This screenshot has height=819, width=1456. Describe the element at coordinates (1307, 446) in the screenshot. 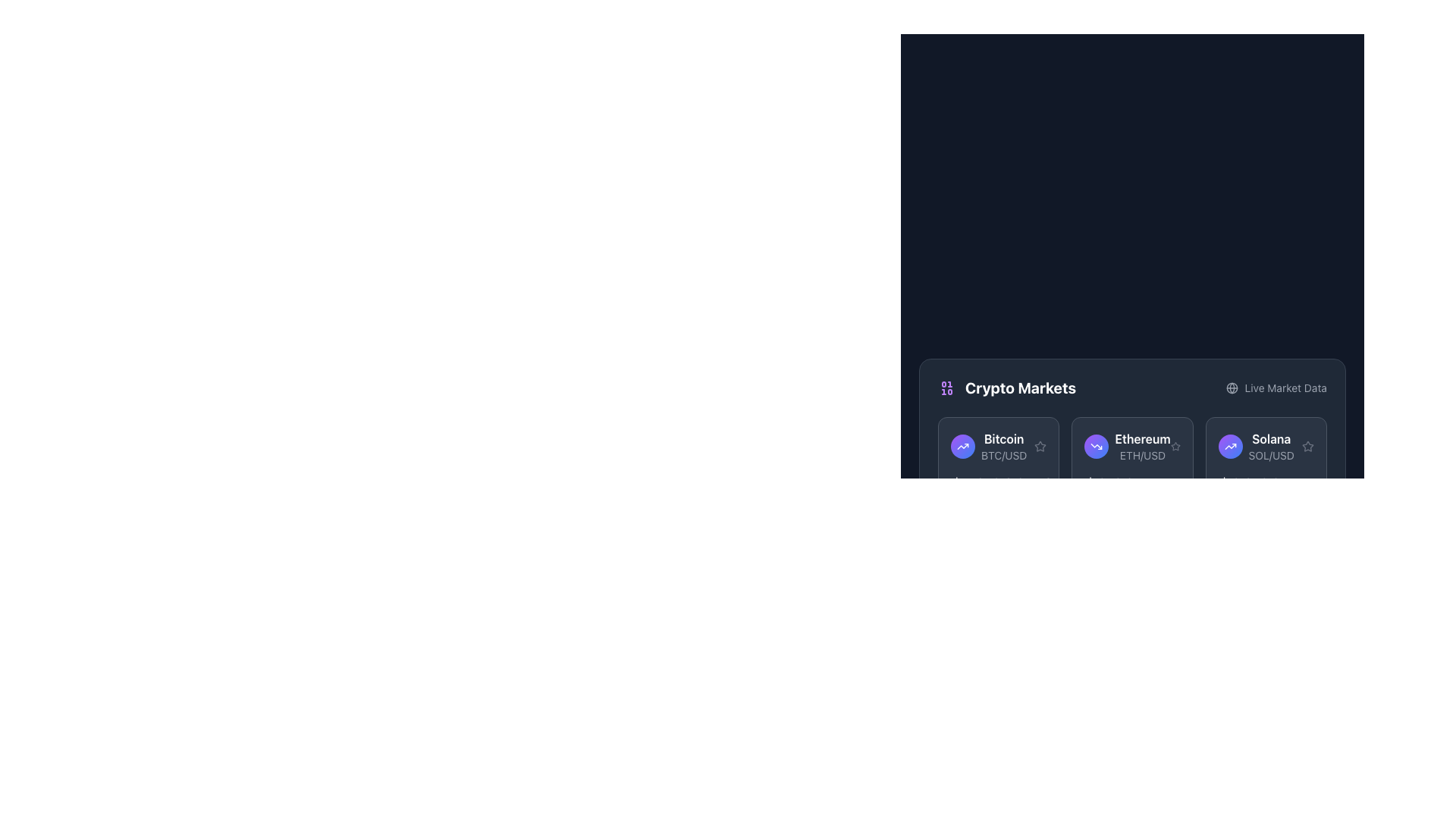

I see `the Favorite toggle icon (star-shaped SVG) located in the 'Solana SOL/USD' section, which shifts from gray to yellow upon interaction` at that location.